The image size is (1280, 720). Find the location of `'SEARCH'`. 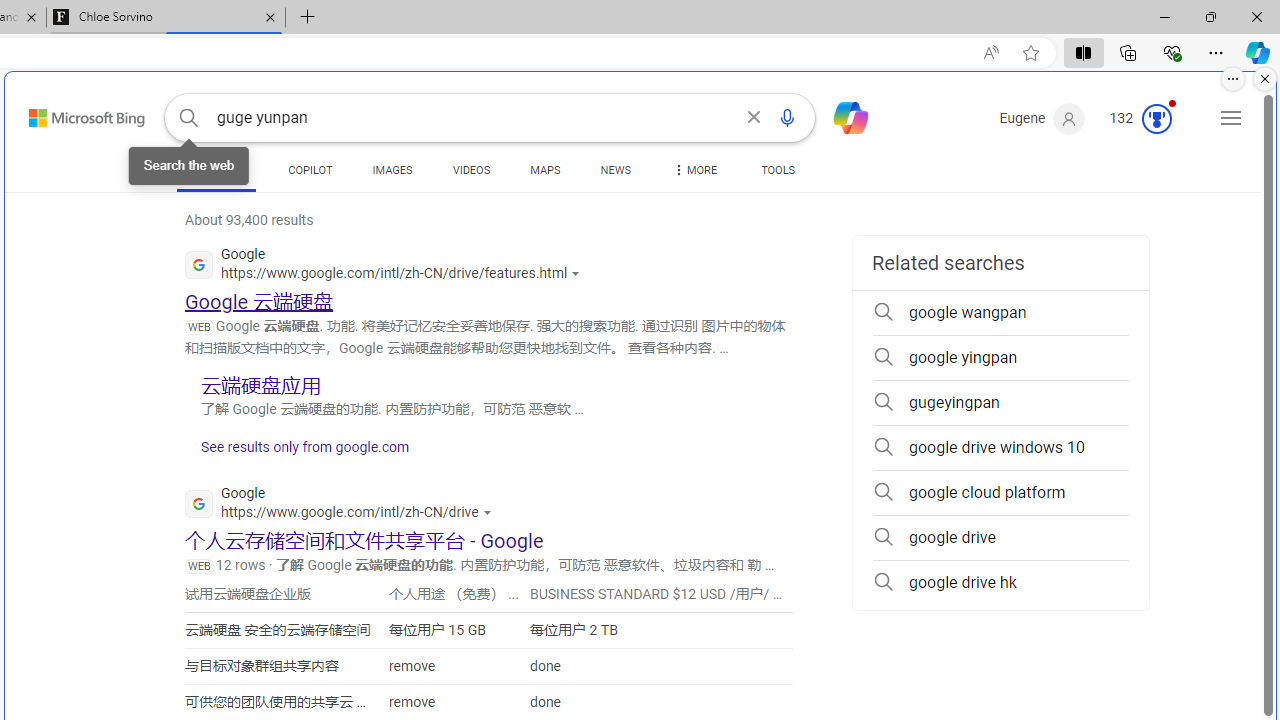

'SEARCH' is located at coordinates (216, 169).